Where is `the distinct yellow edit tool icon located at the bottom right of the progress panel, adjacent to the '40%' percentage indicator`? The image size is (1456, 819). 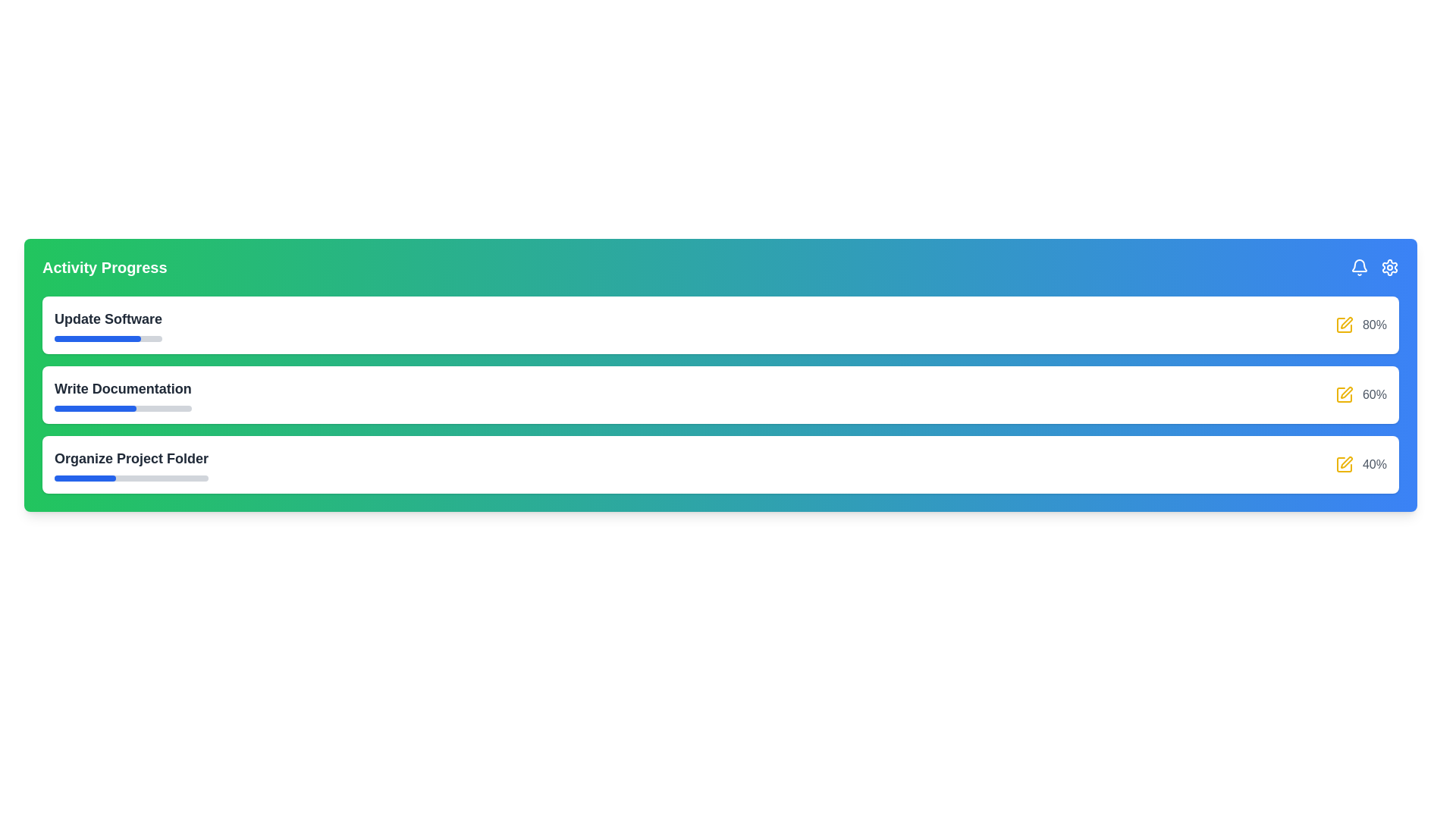
the distinct yellow edit tool icon located at the bottom right of the progress panel, adjacent to the '40%' percentage indicator is located at coordinates (1347, 461).